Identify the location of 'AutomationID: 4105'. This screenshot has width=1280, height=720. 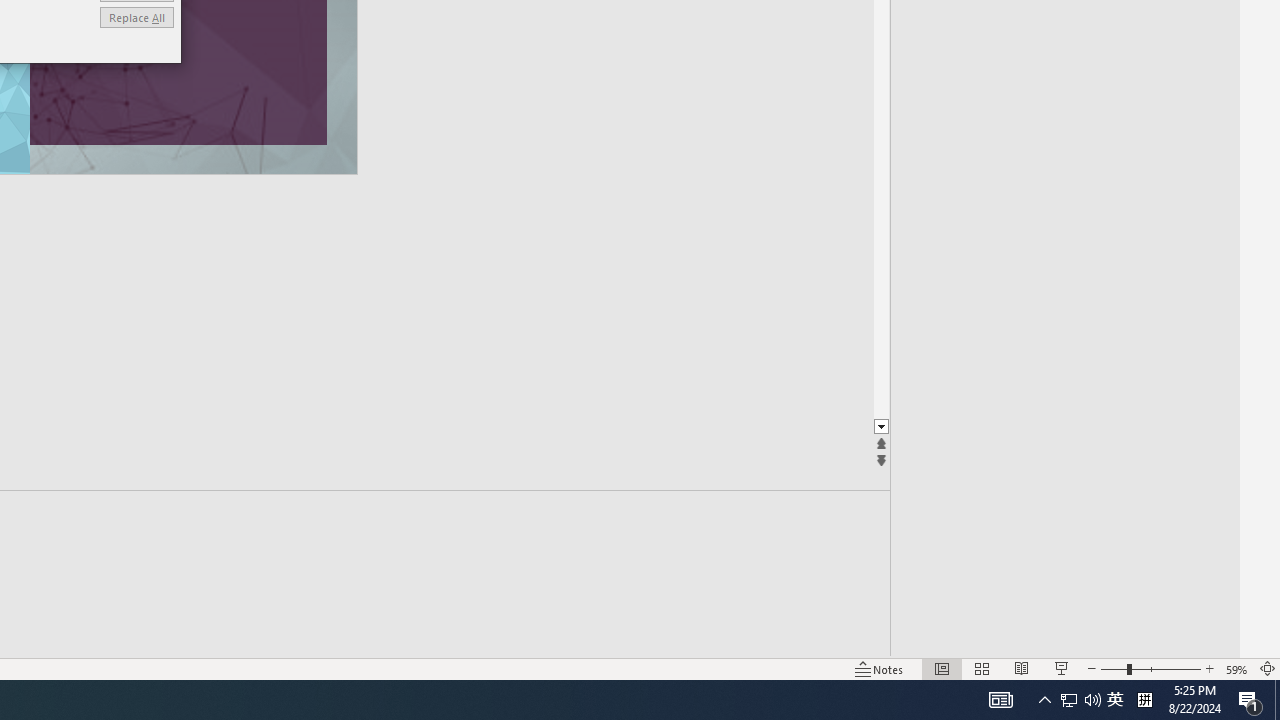
(1000, 698).